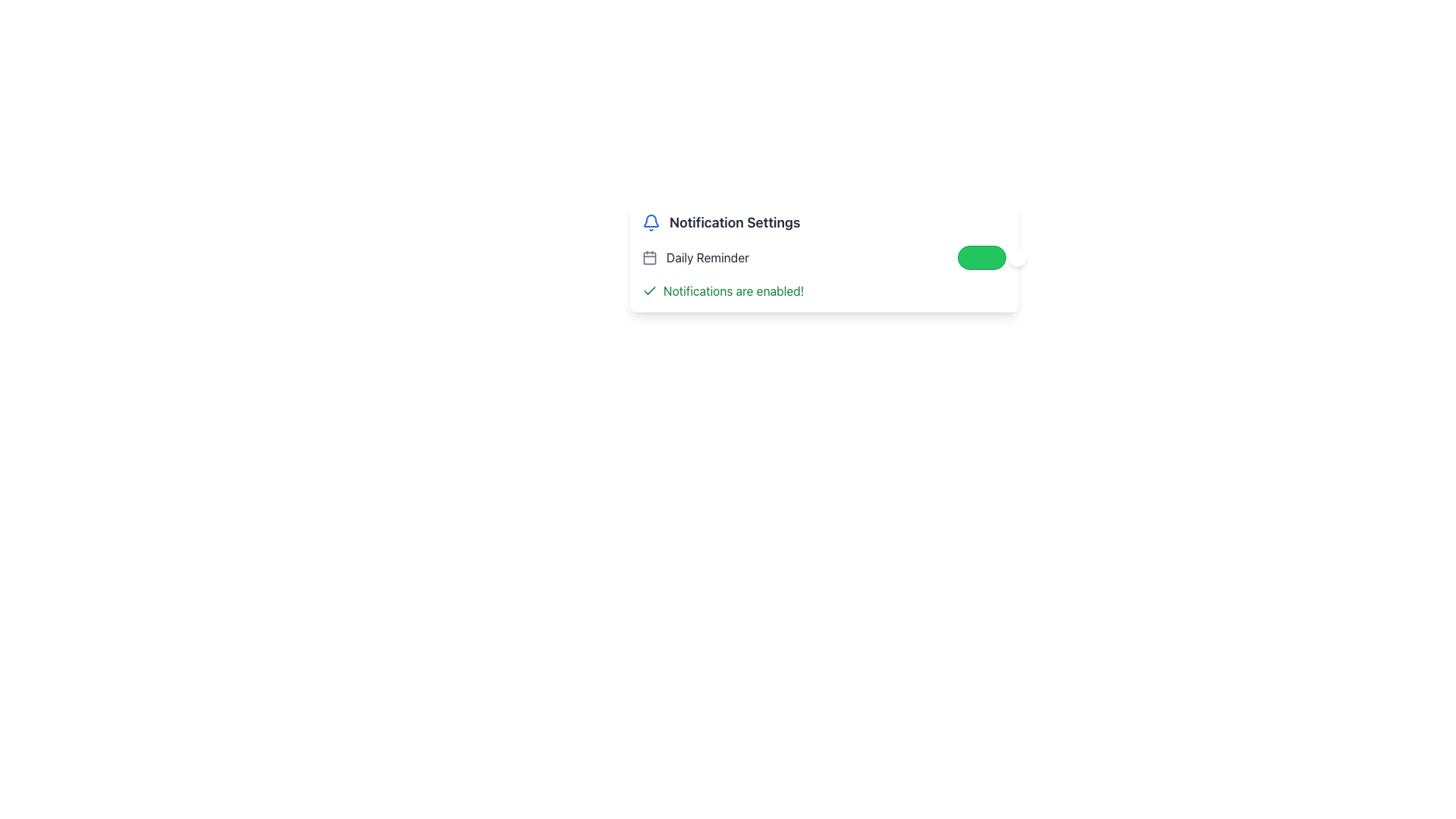 This screenshot has width=1456, height=819. What do you see at coordinates (695, 256) in the screenshot?
I see `the 'Daily Reminder' label located in the 'Notification Settings' section, which displays dark gray text and has a calendar icon to its left` at bounding box center [695, 256].